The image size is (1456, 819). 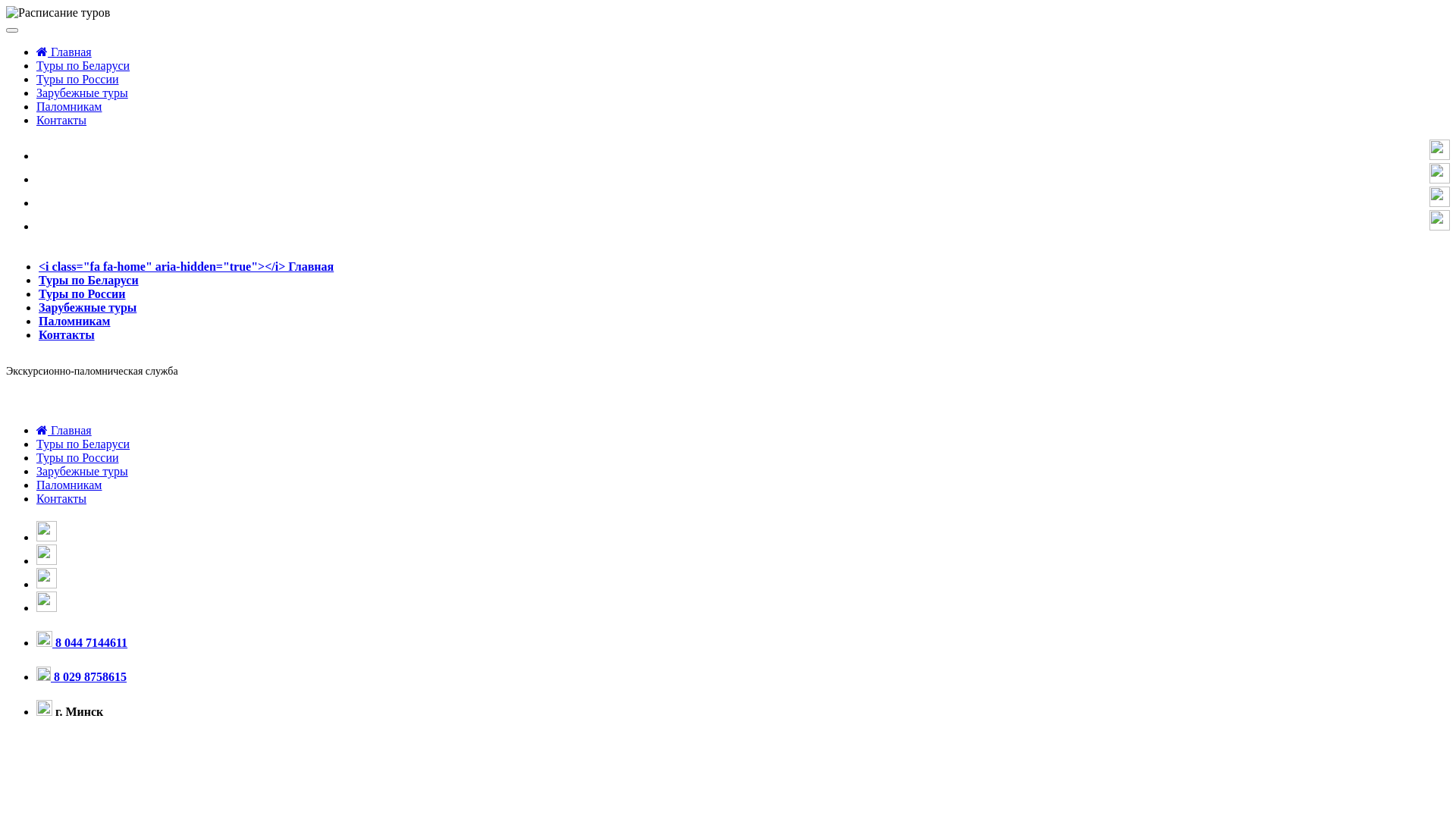 I want to click on ' 8 044 7144611', so click(x=80, y=642).